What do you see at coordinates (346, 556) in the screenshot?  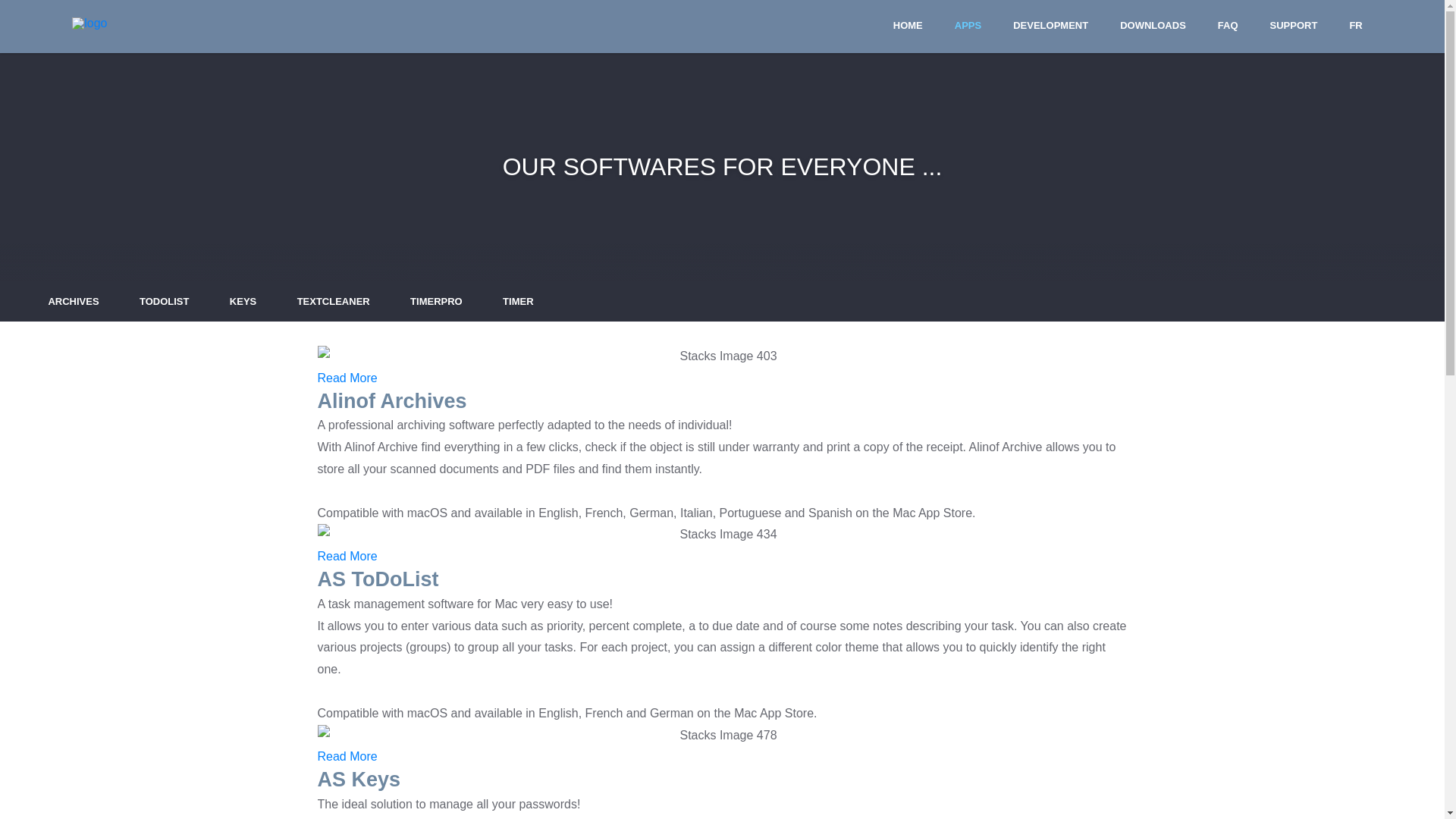 I see `'Read More'` at bounding box center [346, 556].